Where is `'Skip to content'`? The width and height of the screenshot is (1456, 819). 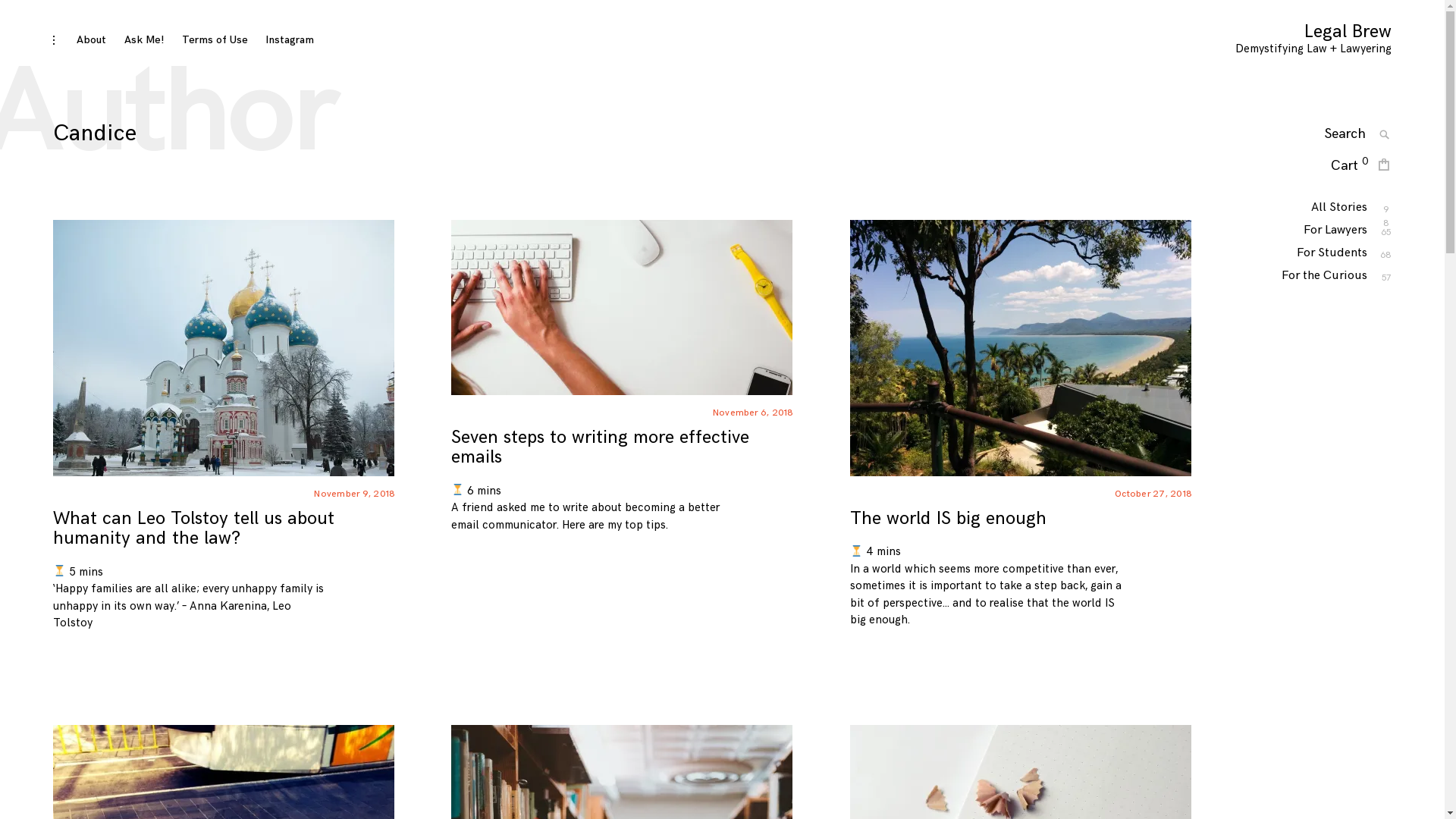
'Skip to content' is located at coordinates (52, 30).